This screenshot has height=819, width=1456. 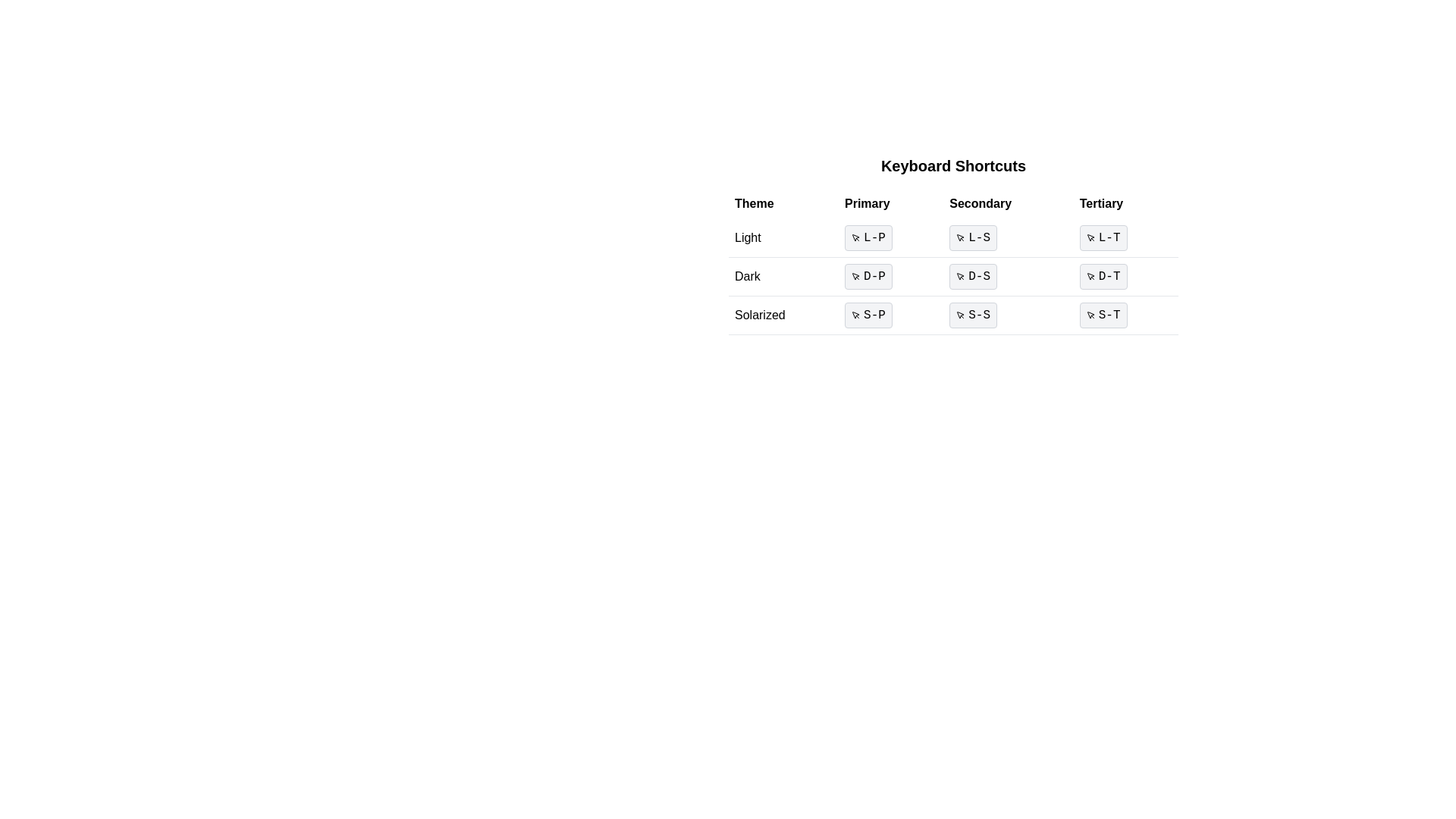 I want to click on the 'Tertiary' button in the 'Solarized' theme section, so click(x=1125, y=315).